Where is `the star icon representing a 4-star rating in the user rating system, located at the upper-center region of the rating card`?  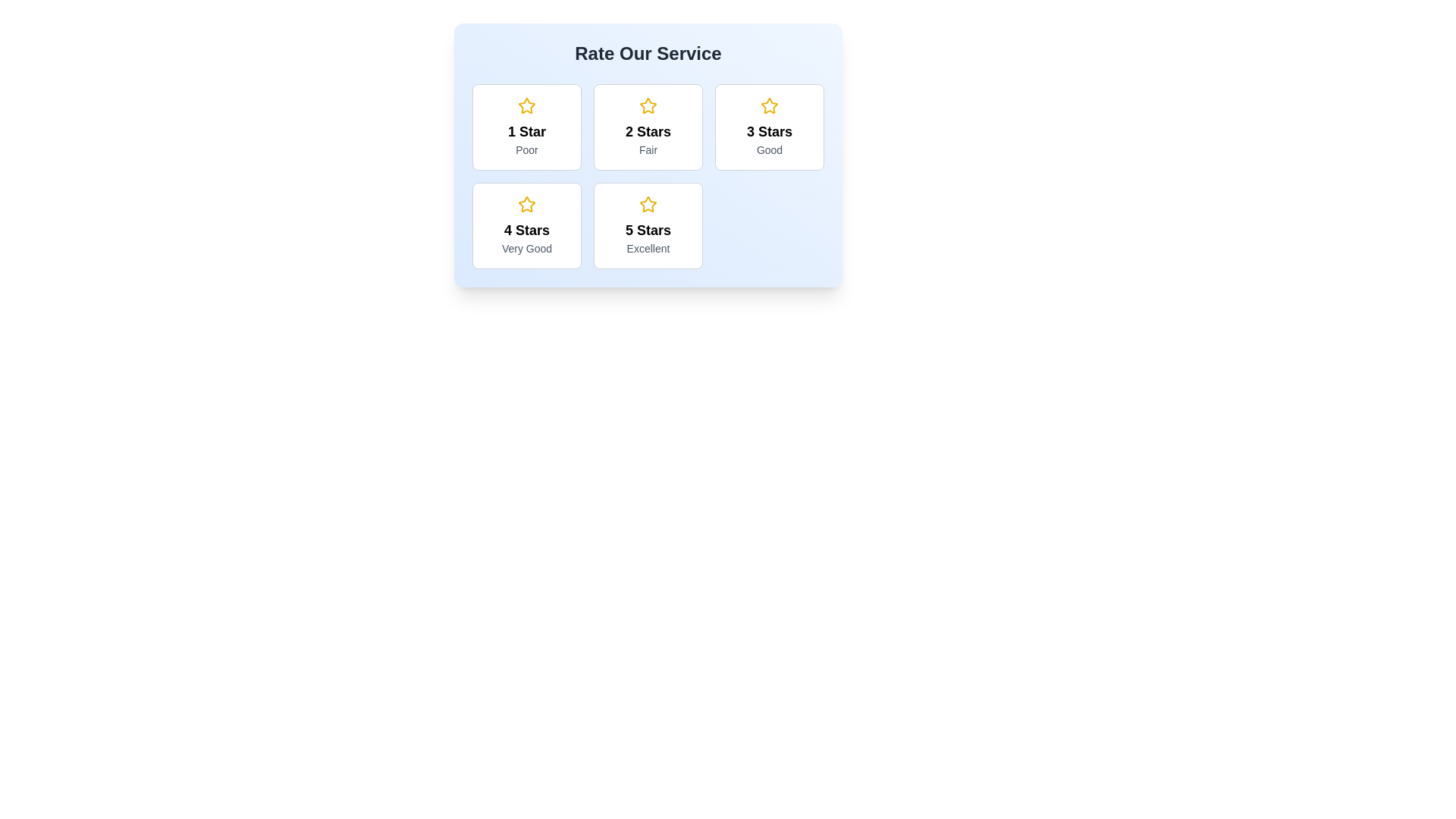 the star icon representing a 4-star rating in the user rating system, located at the upper-center region of the rating card is located at coordinates (527, 205).